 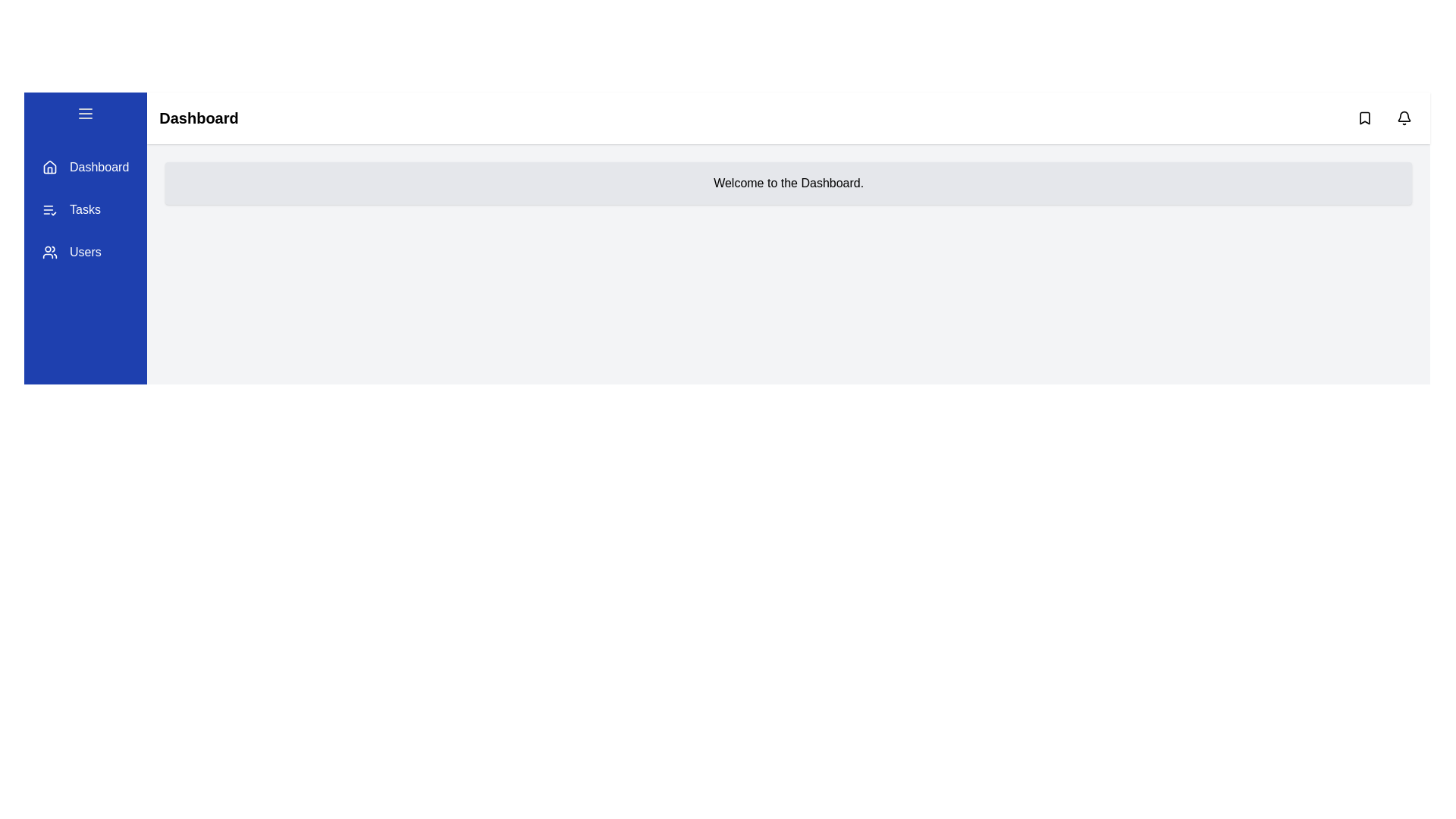 I want to click on the 'Tasks' label, so click(x=84, y=210).